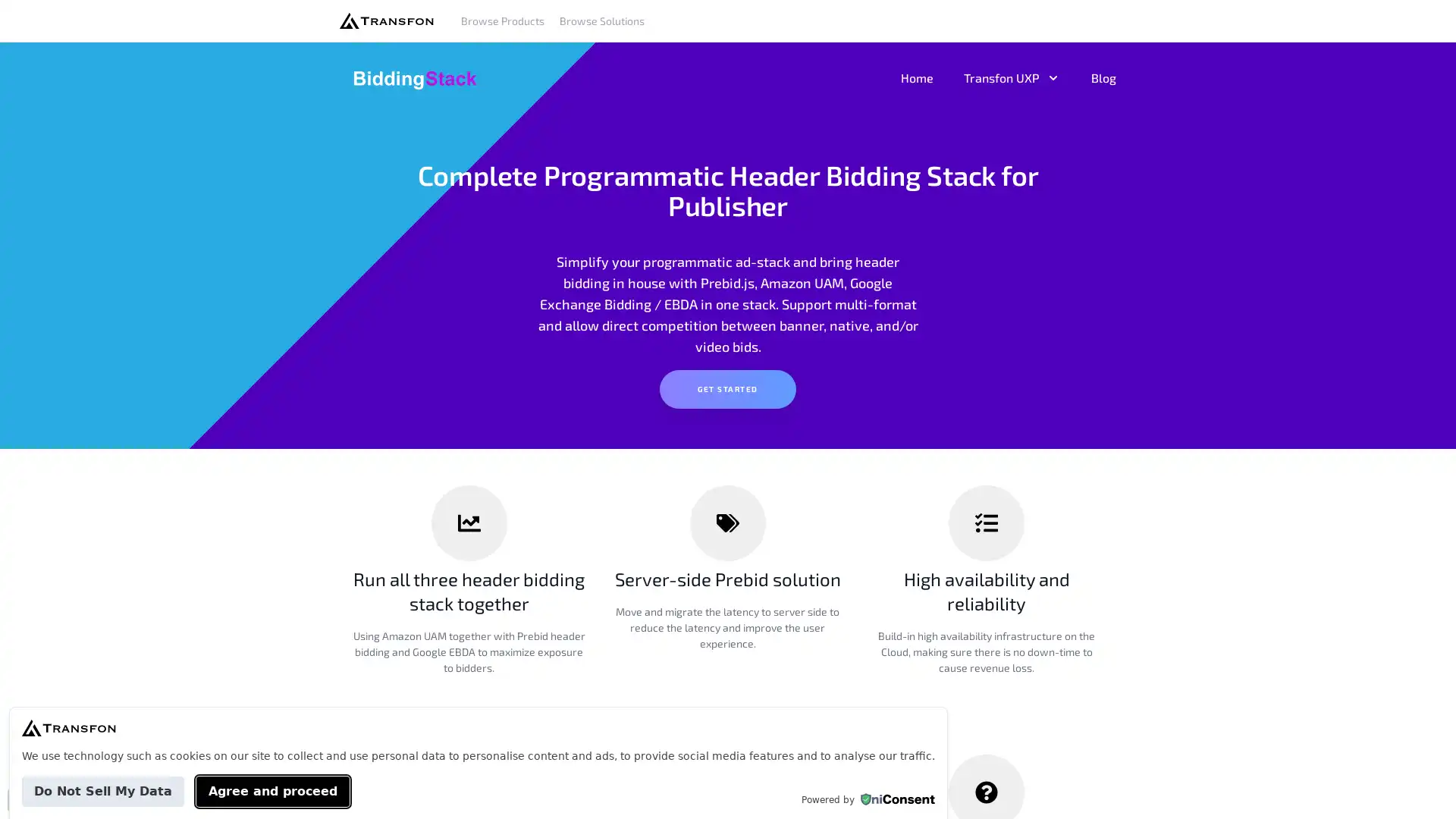 The image size is (1456, 819). What do you see at coordinates (1012, 78) in the screenshot?
I see `Transfon UXP` at bounding box center [1012, 78].